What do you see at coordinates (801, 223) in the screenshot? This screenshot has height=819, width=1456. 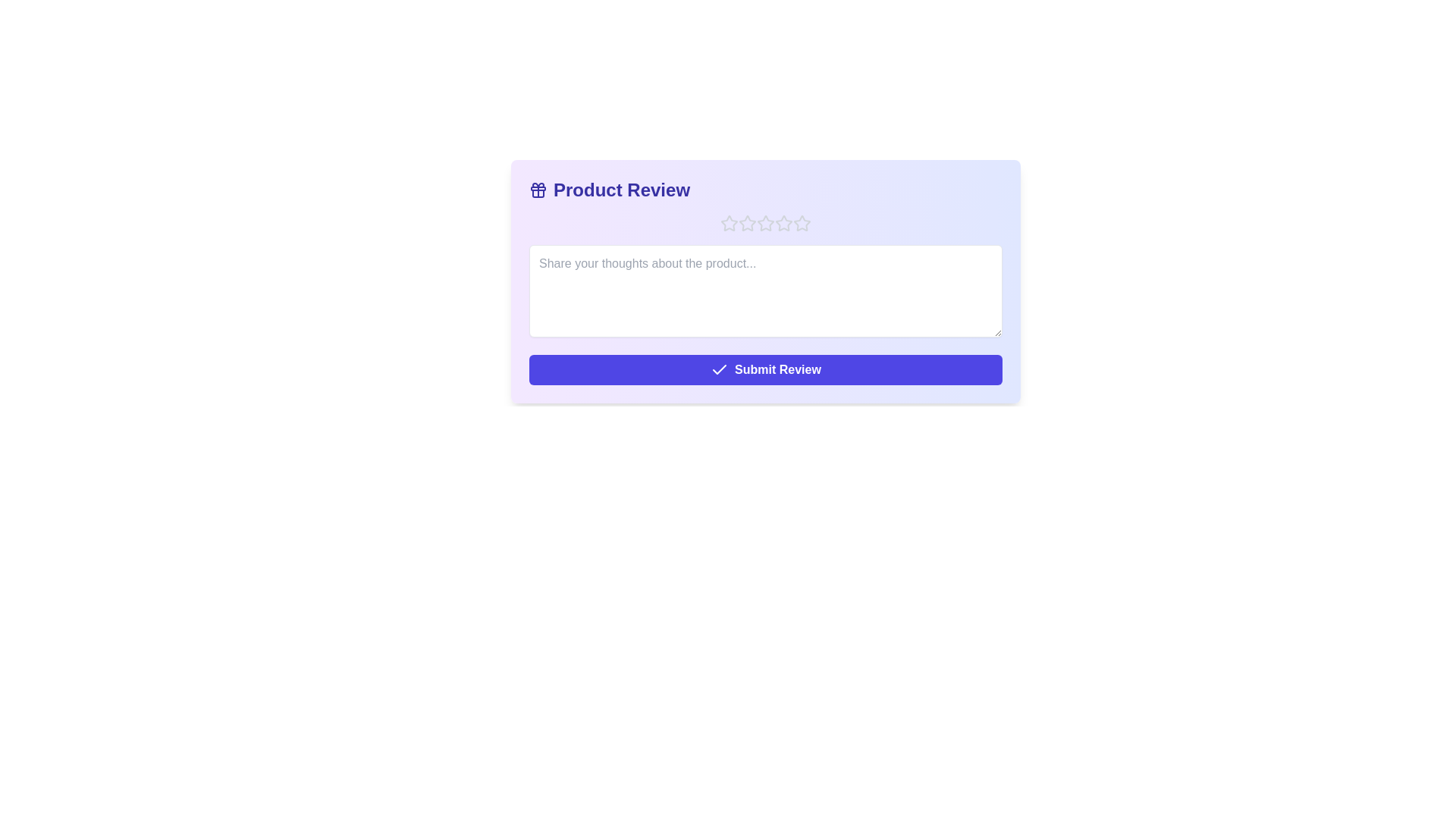 I see `the product rating to 5 stars by clicking the corresponding star` at bounding box center [801, 223].